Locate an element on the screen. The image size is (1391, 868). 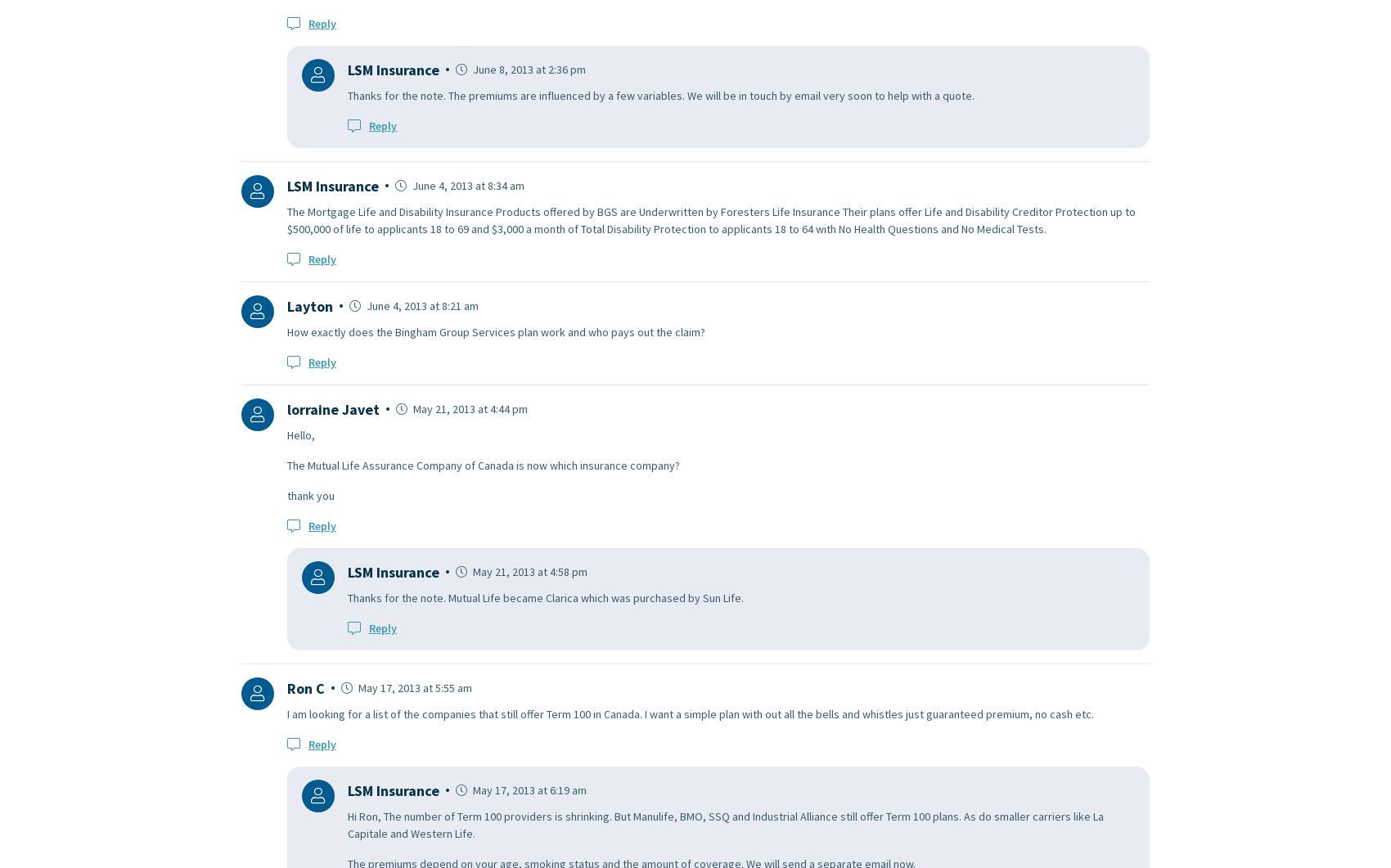
'Thanks for the note.  Mutual Life became Clarica which was purchased by Sun Life.' is located at coordinates (546, 596).